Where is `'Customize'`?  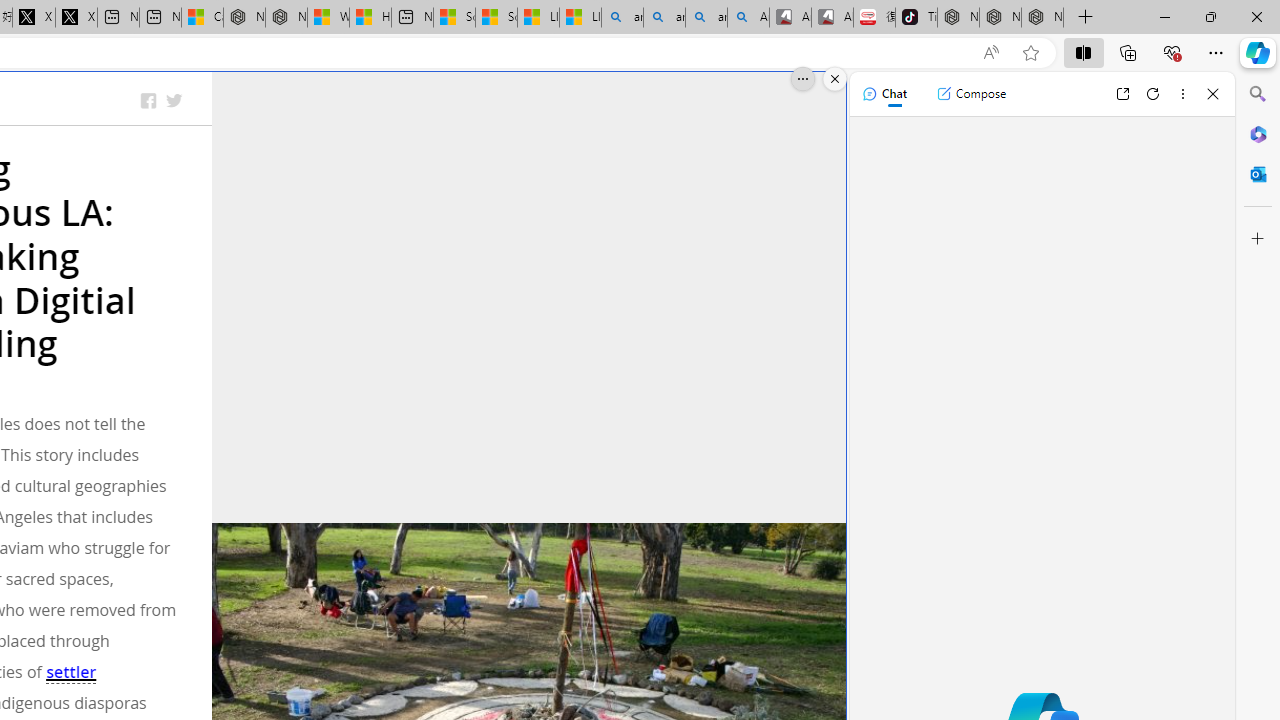
'Customize' is located at coordinates (1257, 238).